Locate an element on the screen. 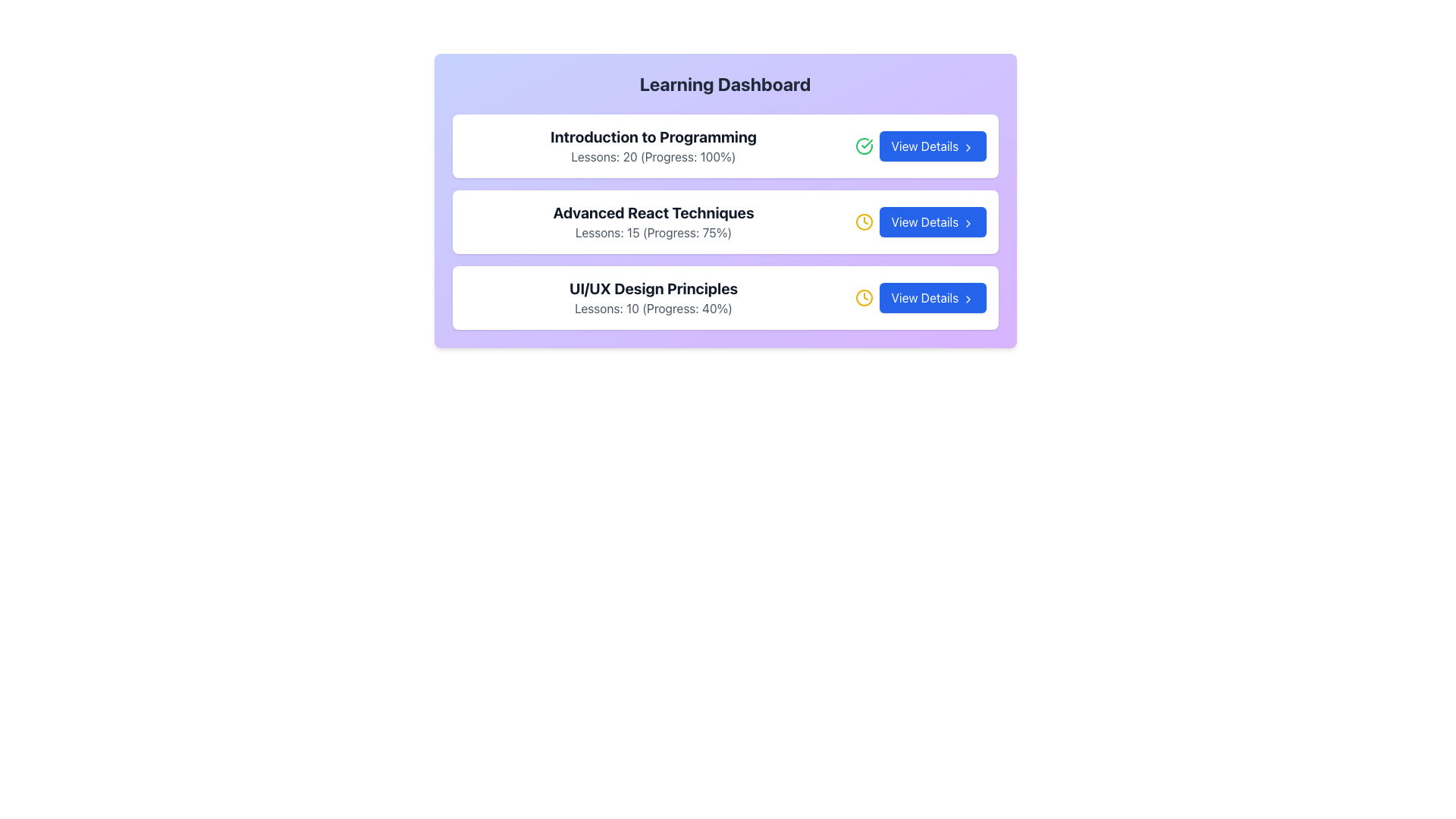 This screenshot has width=1456, height=819. the completion status icon of the course, which is a circular icon located to the left of the 'View Details' button in the topmost item of the course list is located at coordinates (866, 143).